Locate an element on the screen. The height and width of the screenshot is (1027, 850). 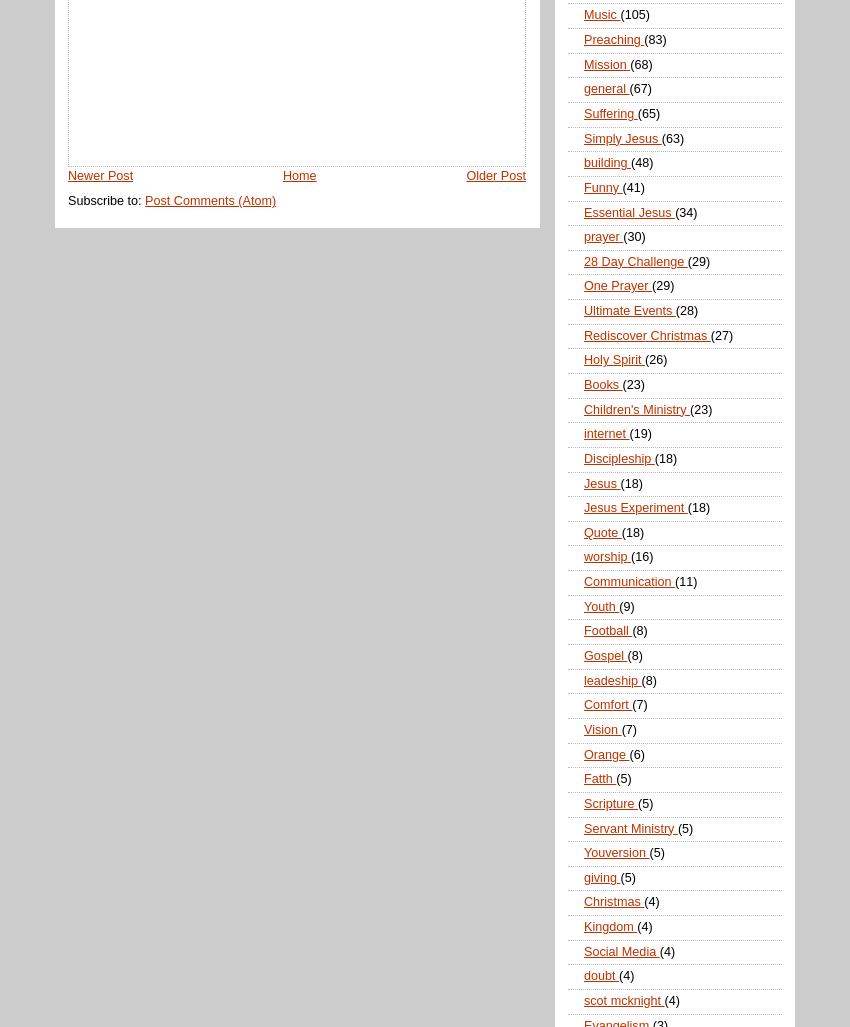
'One Prayer' is located at coordinates (616, 285).